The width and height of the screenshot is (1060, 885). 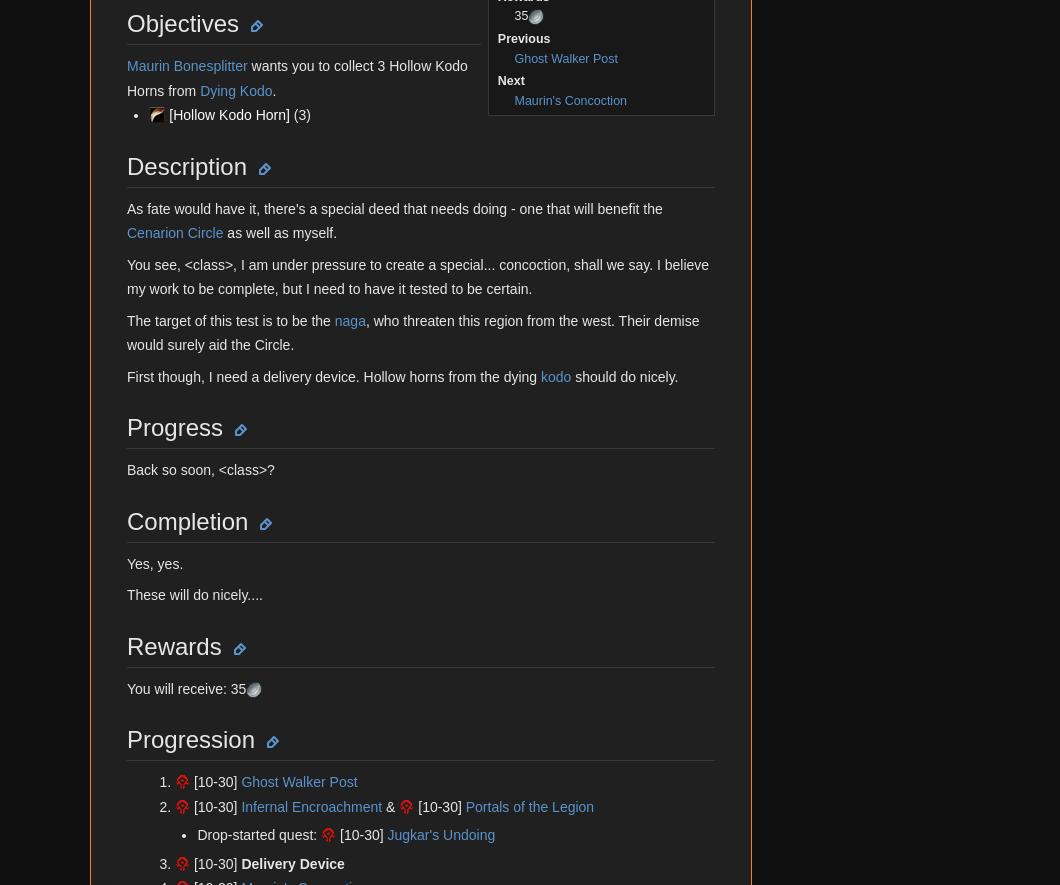 What do you see at coordinates (110, 113) in the screenshot?
I see `'Fandom'` at bounding box center [110, 113].